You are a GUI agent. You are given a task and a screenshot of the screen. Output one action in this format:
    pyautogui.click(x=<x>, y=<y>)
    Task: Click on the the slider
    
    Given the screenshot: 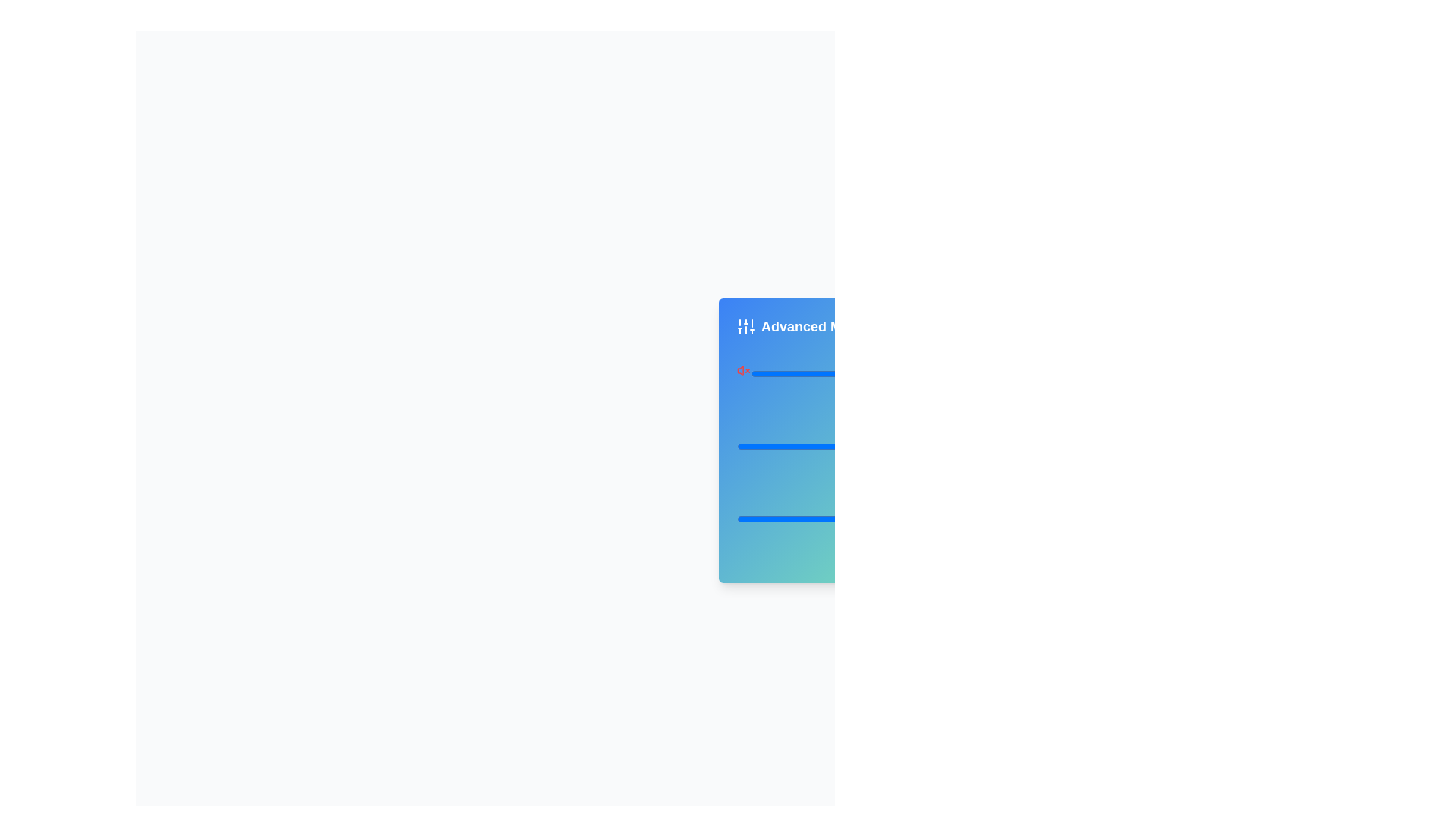 What is the action you would take?
    pyautogui.click(x=825, y=374)
    